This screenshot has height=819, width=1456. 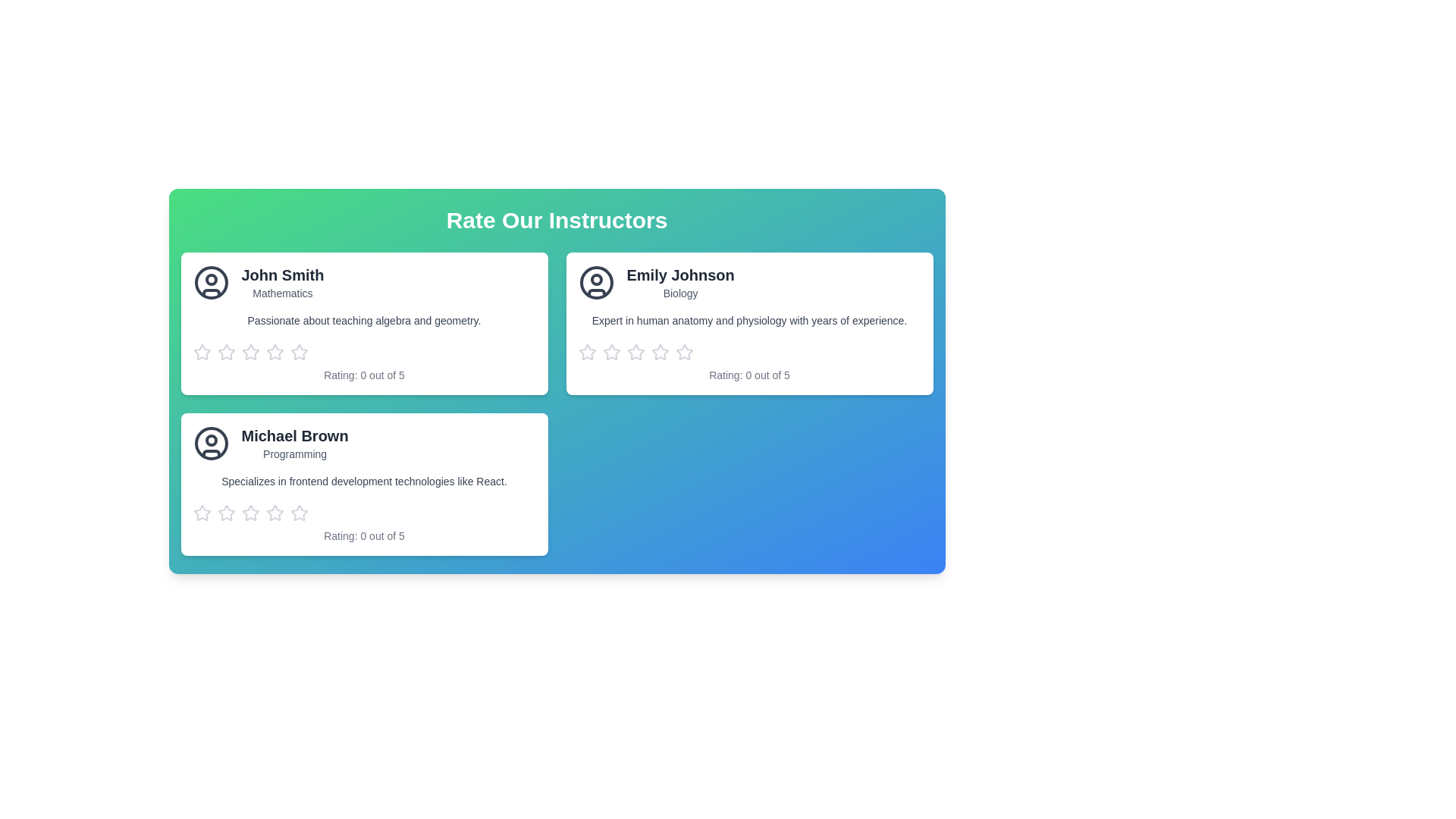 What do you see at coordinates (201, 513) in the screenshot?
I see `the first star icon in the group of five stars located below the 'Michael Brown' profile card in the 'Rate Our Instructors' section` at bounding box center [201, 513].